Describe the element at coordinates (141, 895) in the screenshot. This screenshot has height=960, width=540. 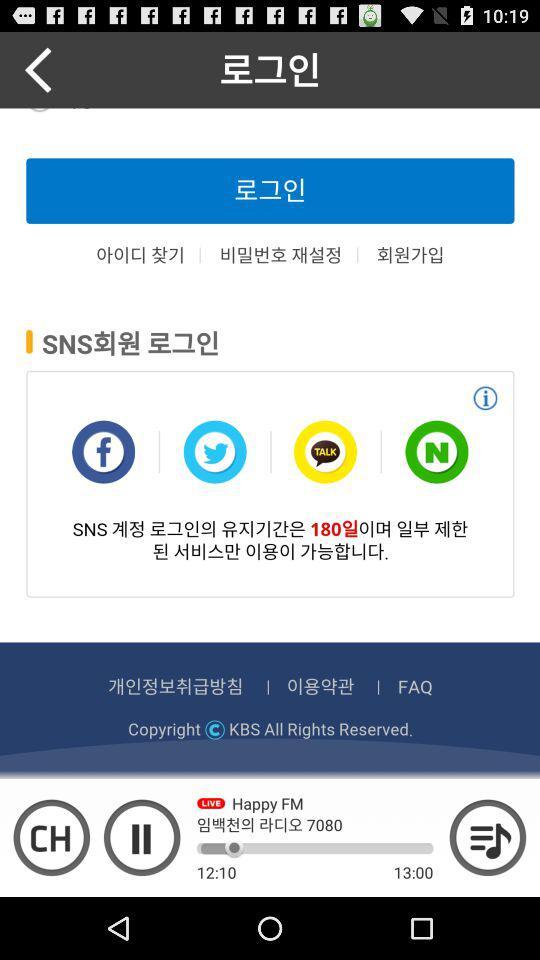
I see `the pause icon` at that location.